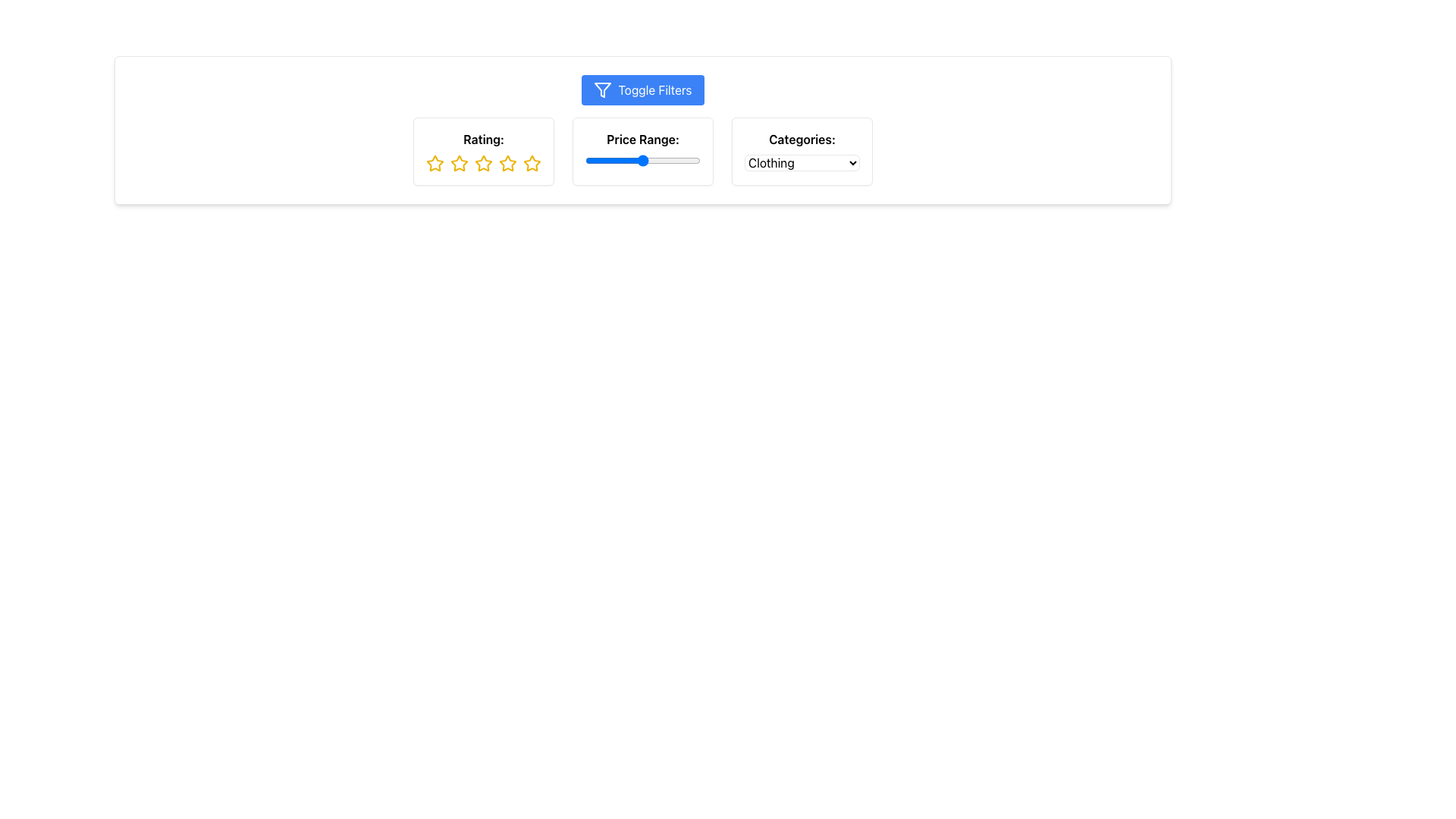 This screenshot has width=1456, height=819. I want to click on the third yellow outlined star icon in the rating section located under the category 'Rating:' at the top of the interface, so click(483, 163).